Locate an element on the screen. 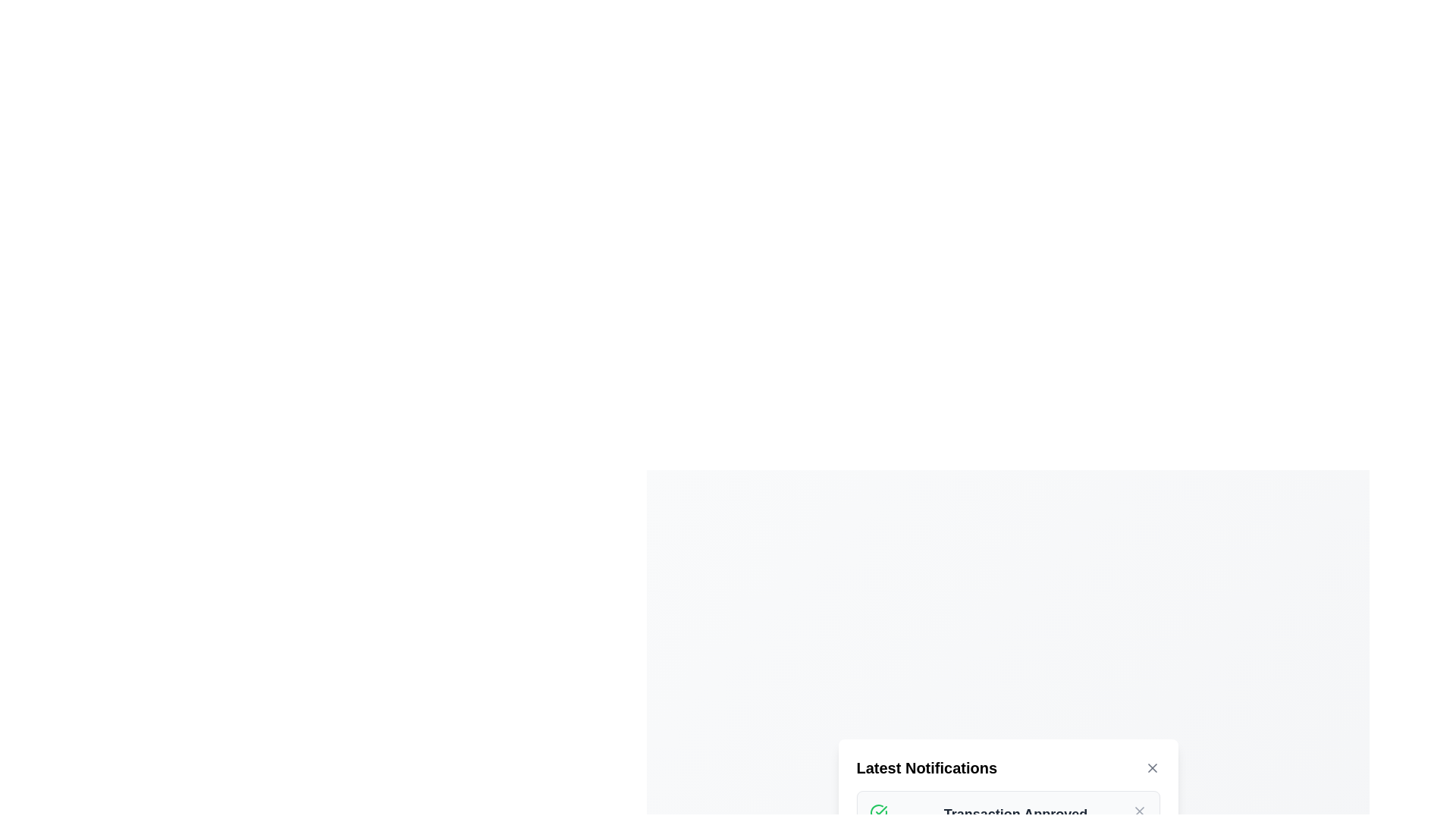 Image resolution: width=1456 pixels, height=819 pixels. the Close Button Icon located at the top-right corner of the notification panel is located at coordinates (1139, 810).